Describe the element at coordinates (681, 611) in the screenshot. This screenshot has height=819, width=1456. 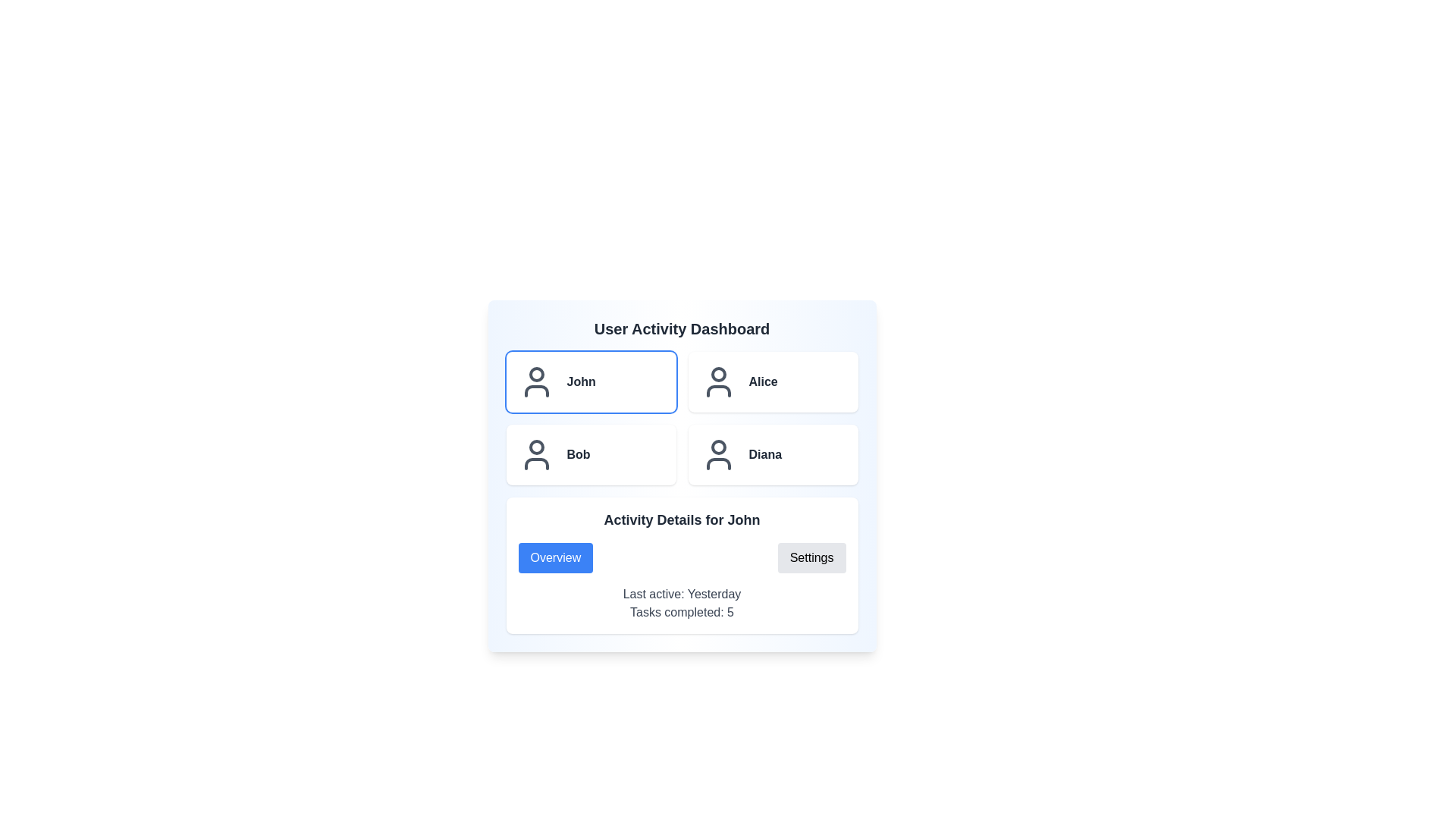
I see `informational text component displaying 'Tasks completed: 5', which is styled in gray and located beneath 'Last active: Yesterday' in the 'Activity Details for John' section` at that location.